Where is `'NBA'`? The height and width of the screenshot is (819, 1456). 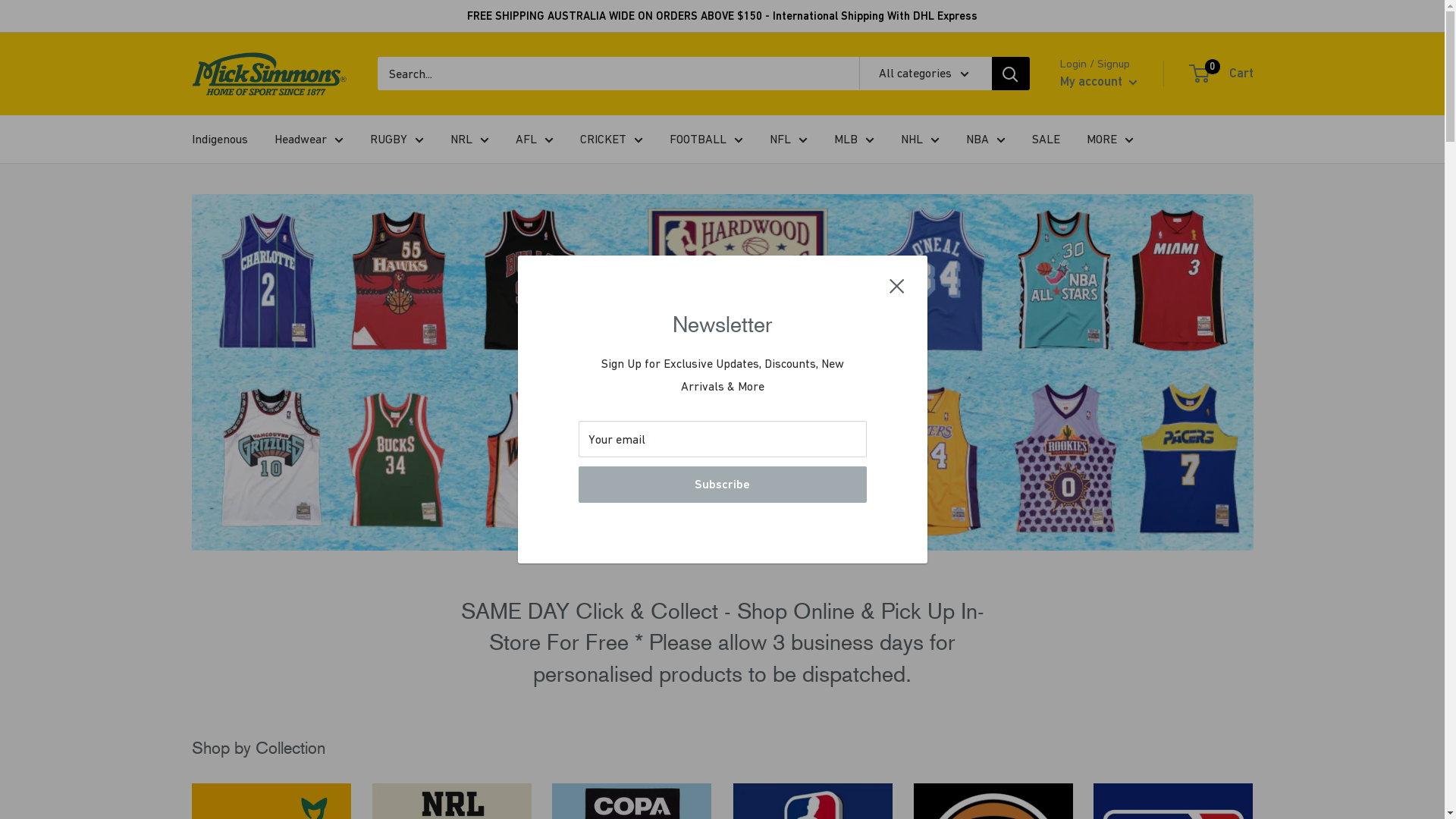
'NBA' is located at coordinates (965, 140).